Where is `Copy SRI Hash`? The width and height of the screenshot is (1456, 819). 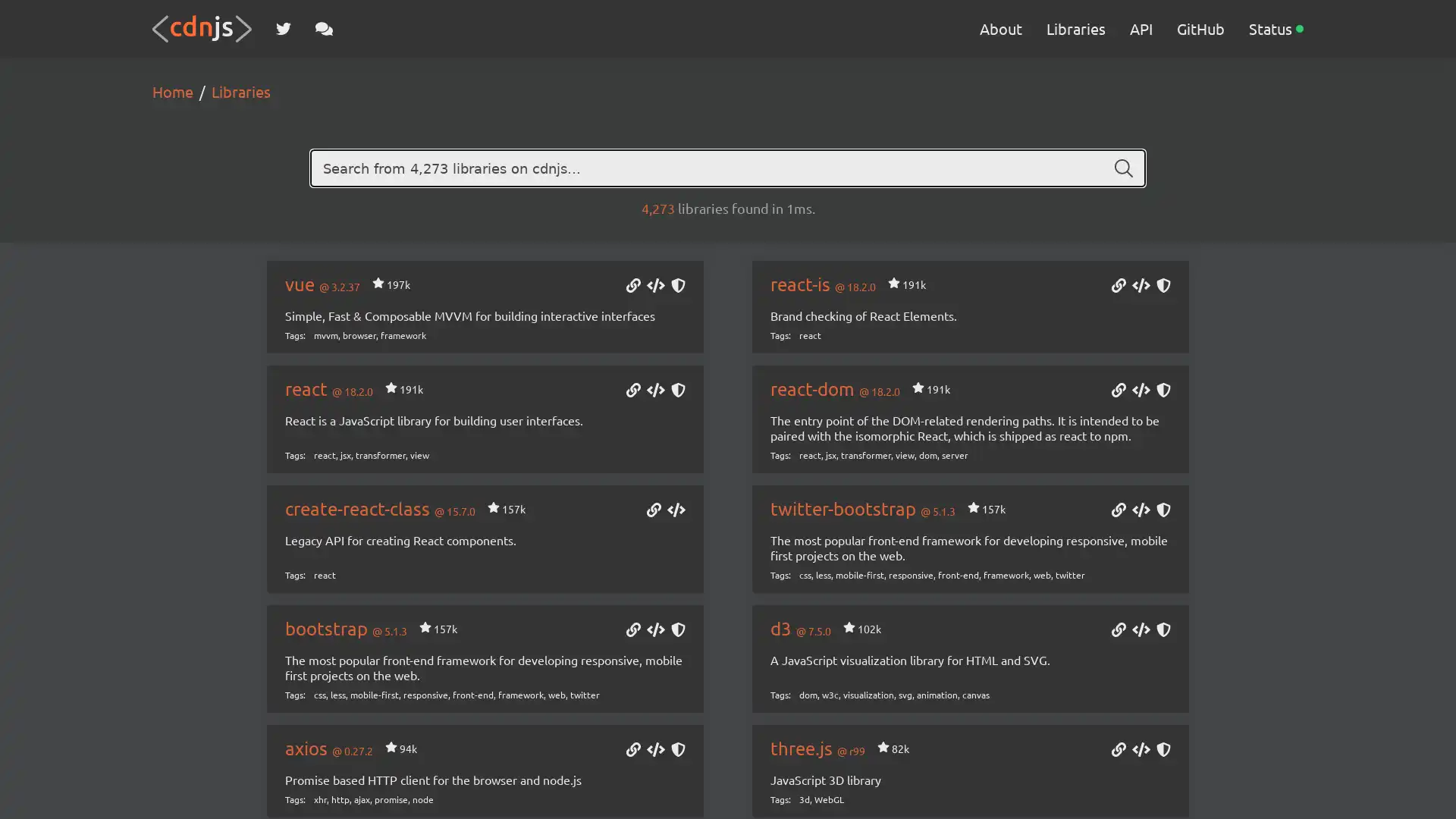
Copy SRI Hash is located at coordinates (676, 751).